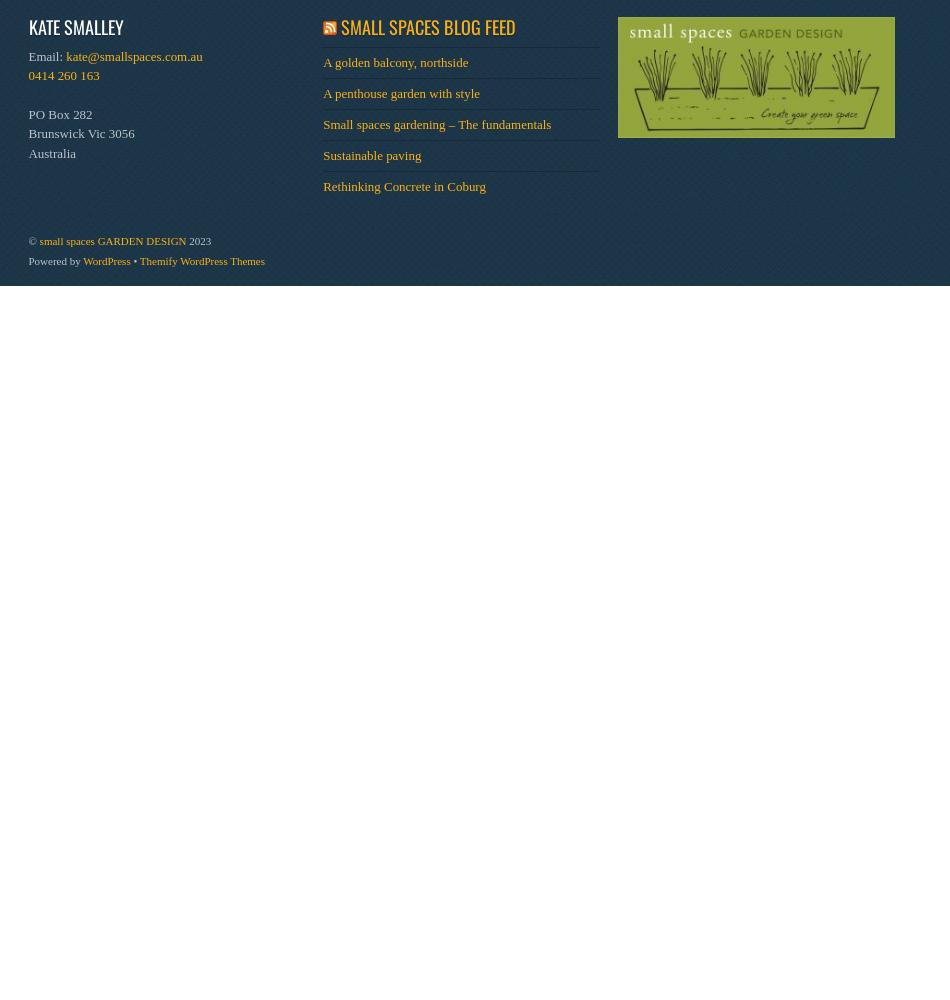 The width and height of the screenshot is (950, 1000). What do you see at coordinates (63, 74) in the screenshot?
I see `'0414 260 163'` at bounding box center [63, 74].